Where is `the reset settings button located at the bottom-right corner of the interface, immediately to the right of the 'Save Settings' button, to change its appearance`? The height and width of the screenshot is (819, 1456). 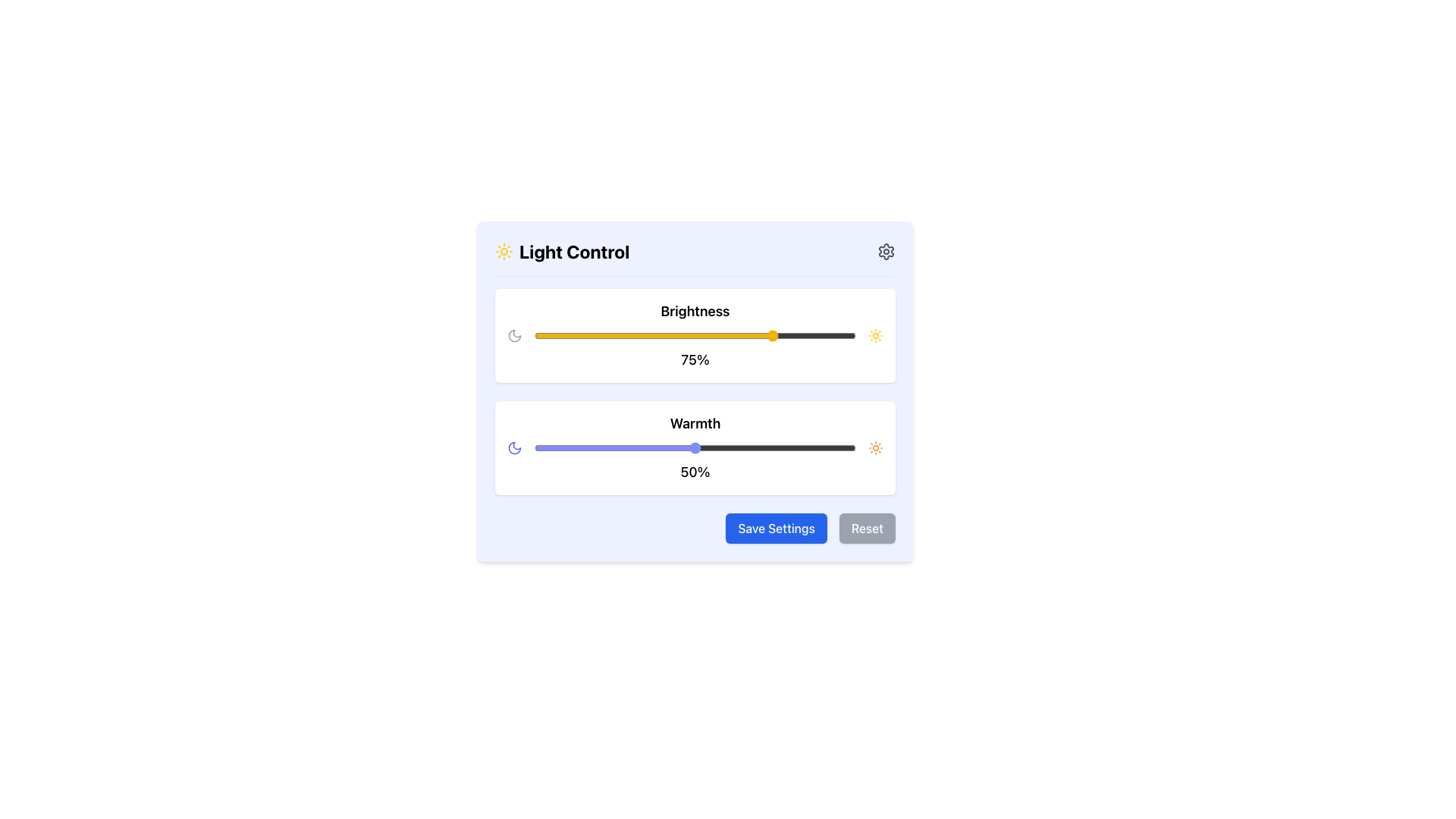
the reset settings button located at the bottom-right corner of the interface, immediately to the right of the 'Save Settings' button, to change its appearance is located at coordinates (867, 528).